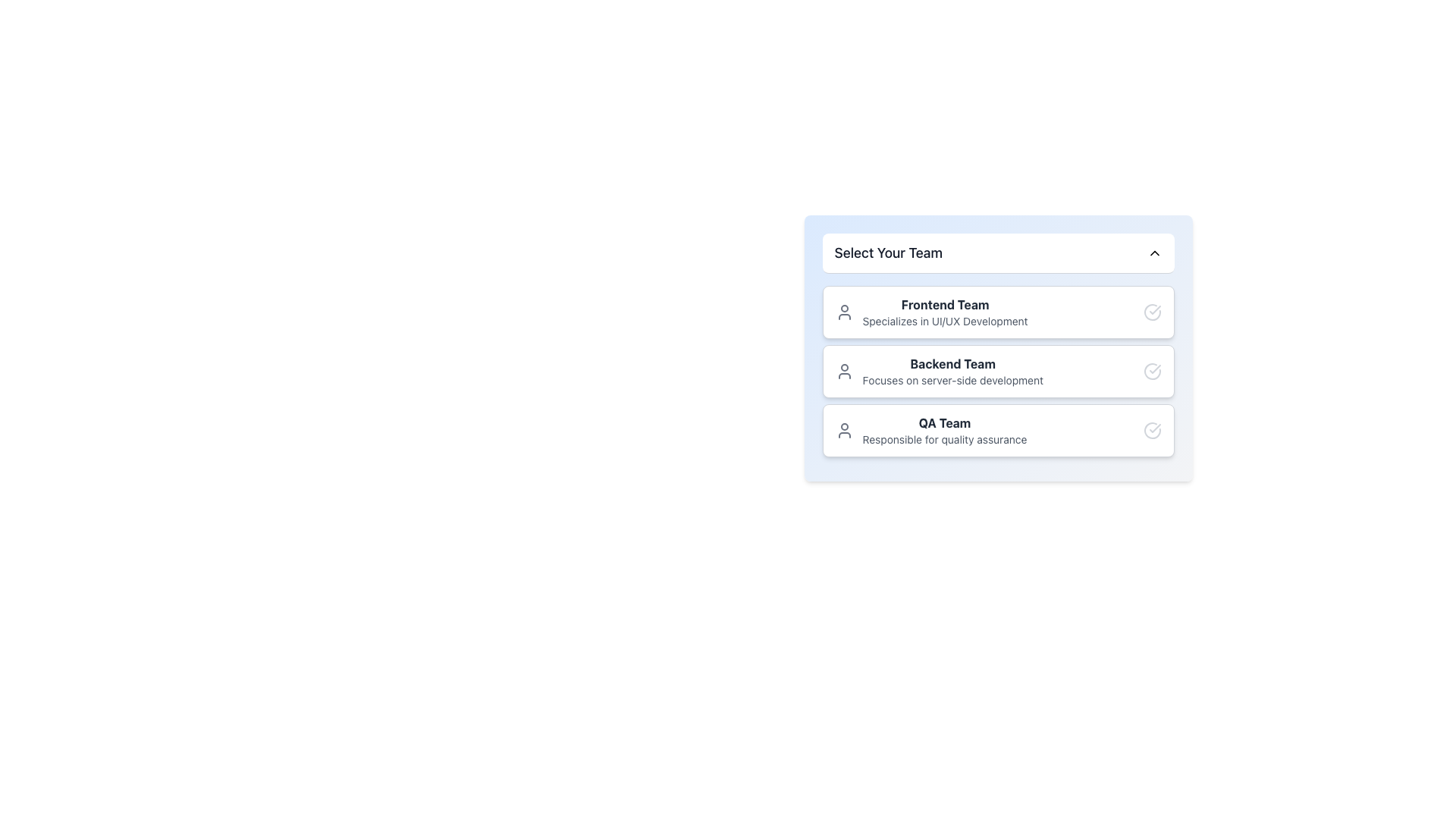 The width and height of the screenshot is (1456, 819). Describe the element at coordinates (998, 371) in the screenshot. I see `the second list item labeled 'Backend Team'` at that location.